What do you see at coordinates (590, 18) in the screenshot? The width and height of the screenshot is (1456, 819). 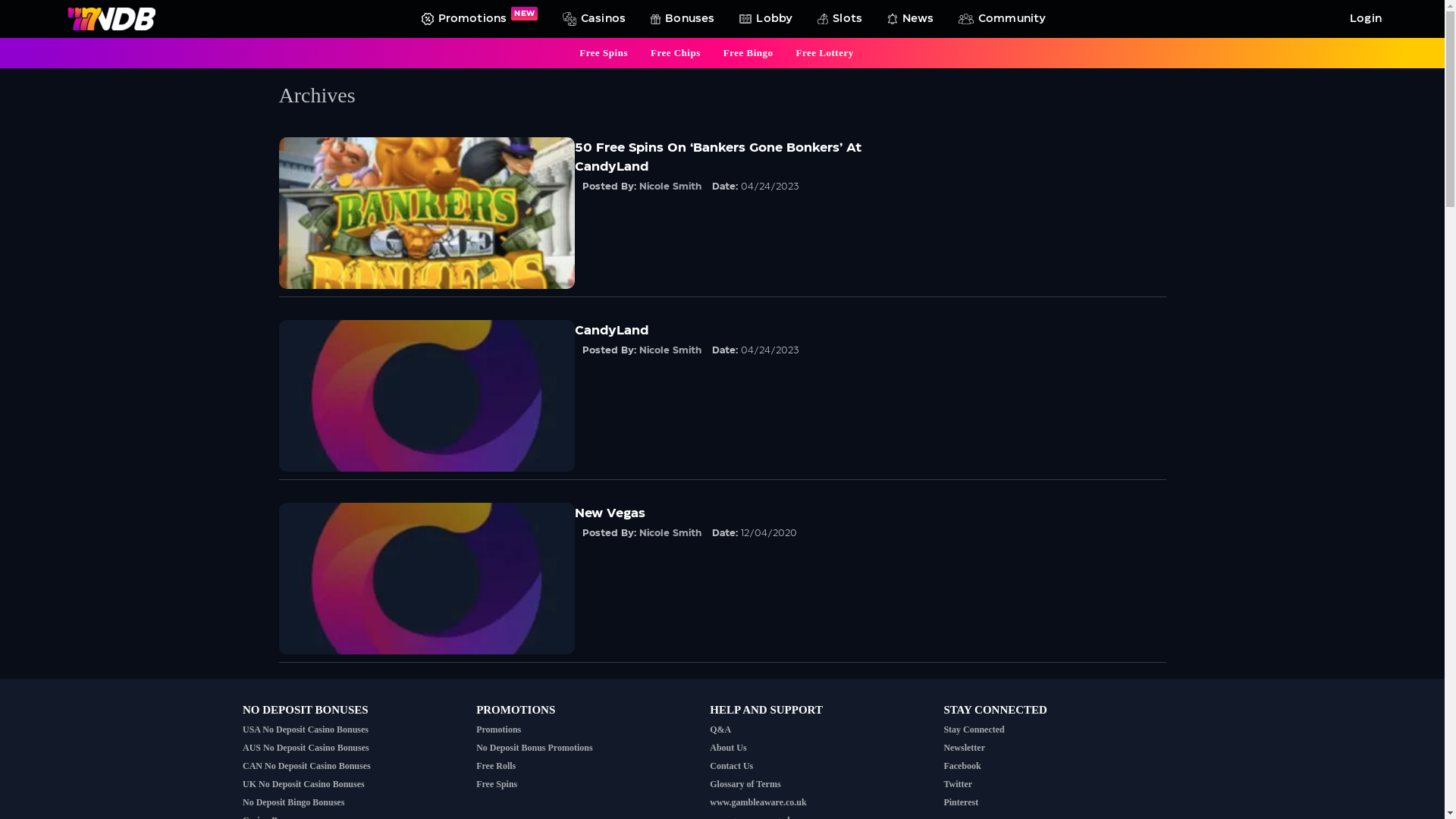 I see `'Casinos'` at bounding box center [590, 18].